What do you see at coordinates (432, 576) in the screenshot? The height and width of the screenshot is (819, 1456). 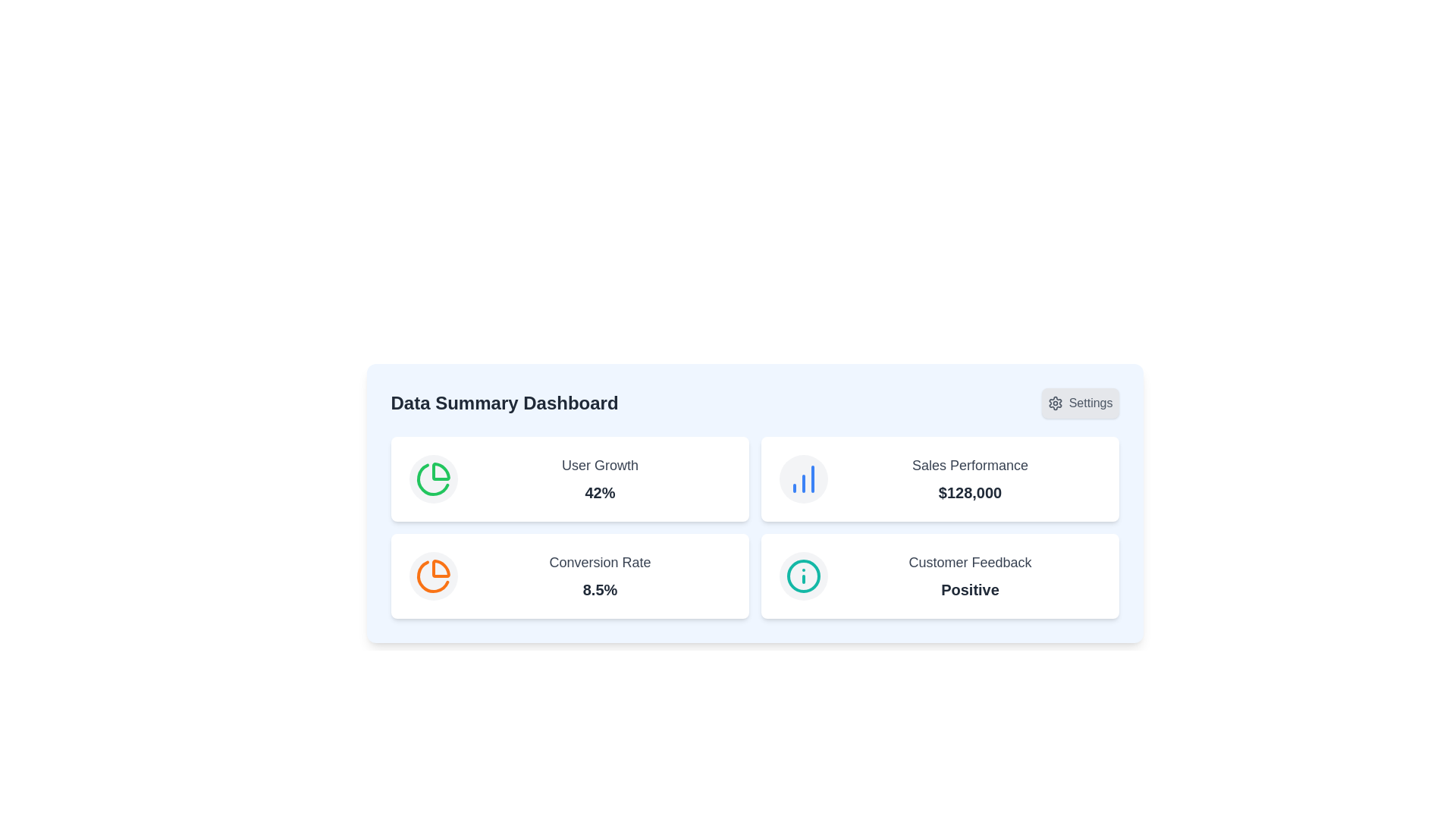 I see `associated label 'Conversion Rate' for the orange pie chart icon located in the bottom-left card of the dashboard layout` at bounding box center [432, 576].